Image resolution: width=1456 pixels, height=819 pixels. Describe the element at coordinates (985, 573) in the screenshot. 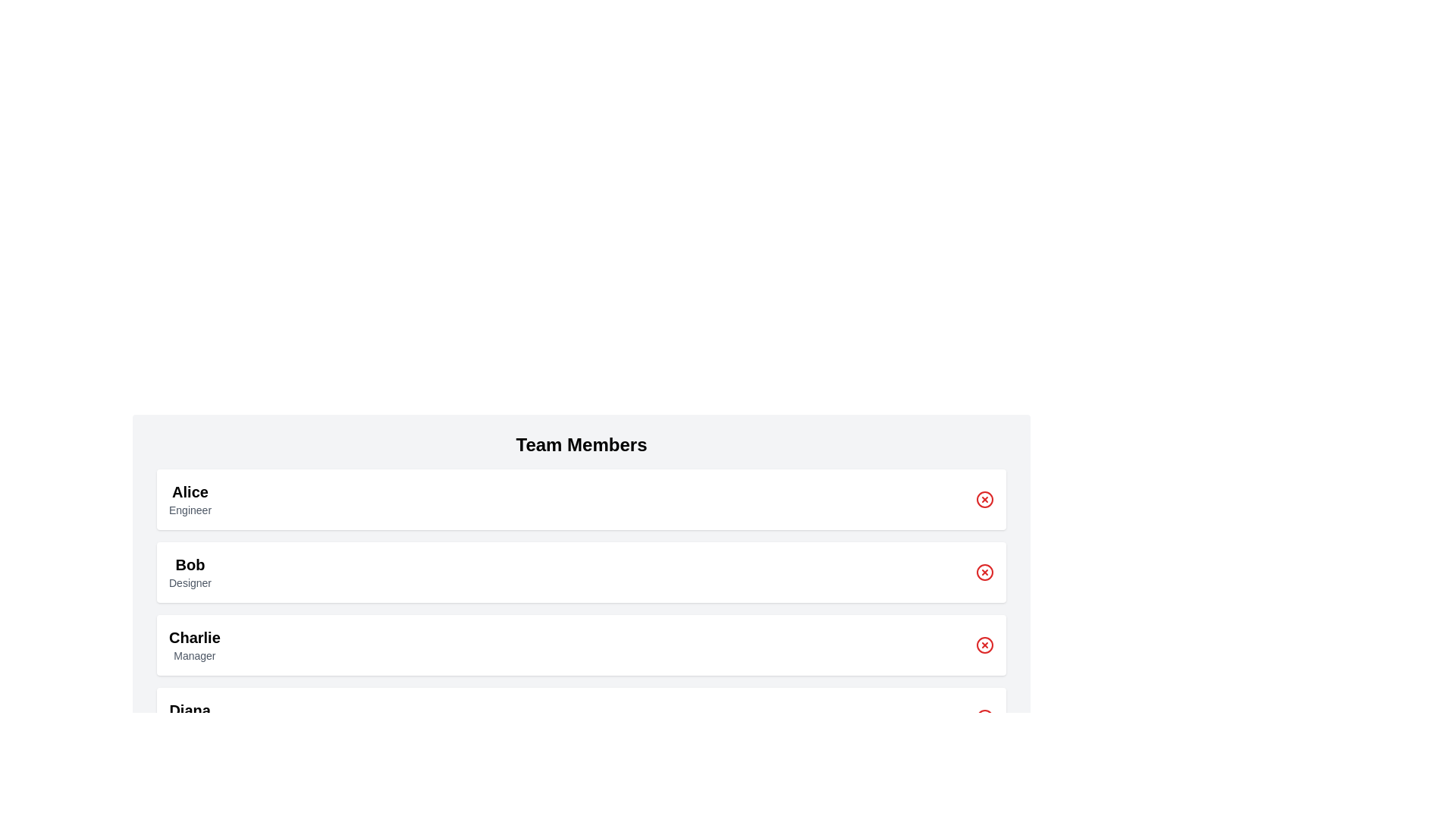

I see `the button` at that location.